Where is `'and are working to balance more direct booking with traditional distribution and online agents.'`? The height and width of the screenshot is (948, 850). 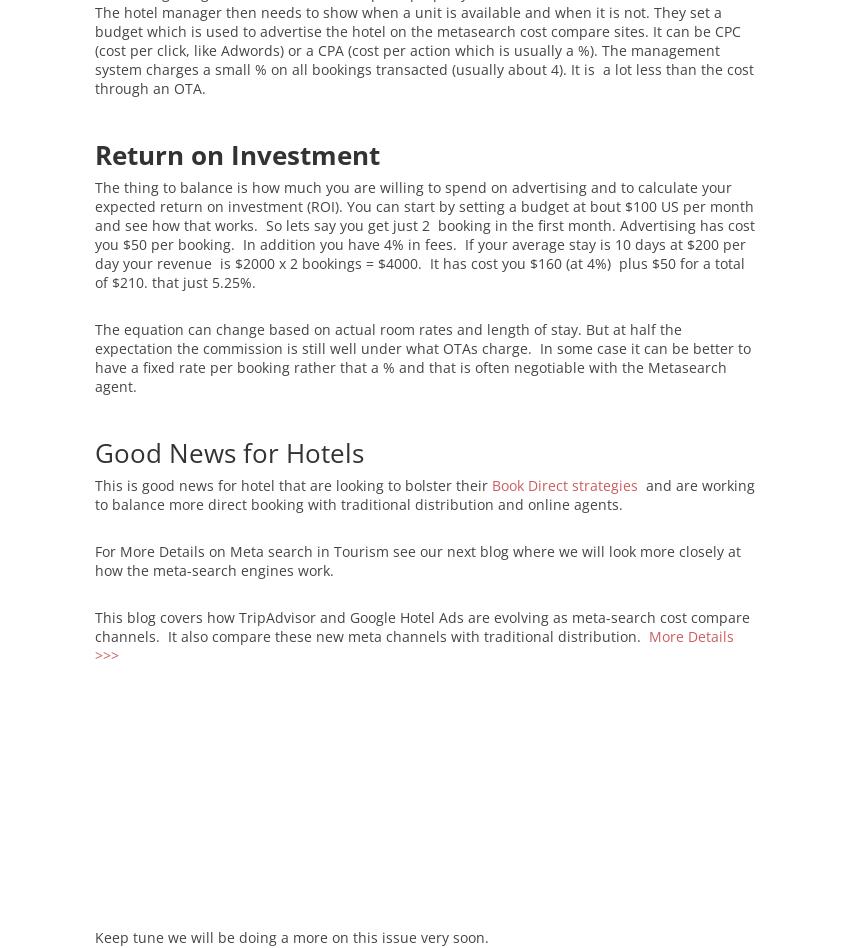 'and are working to balance more direct booking with traditional distribution and online agents.' is located at coordinates (425, 495).